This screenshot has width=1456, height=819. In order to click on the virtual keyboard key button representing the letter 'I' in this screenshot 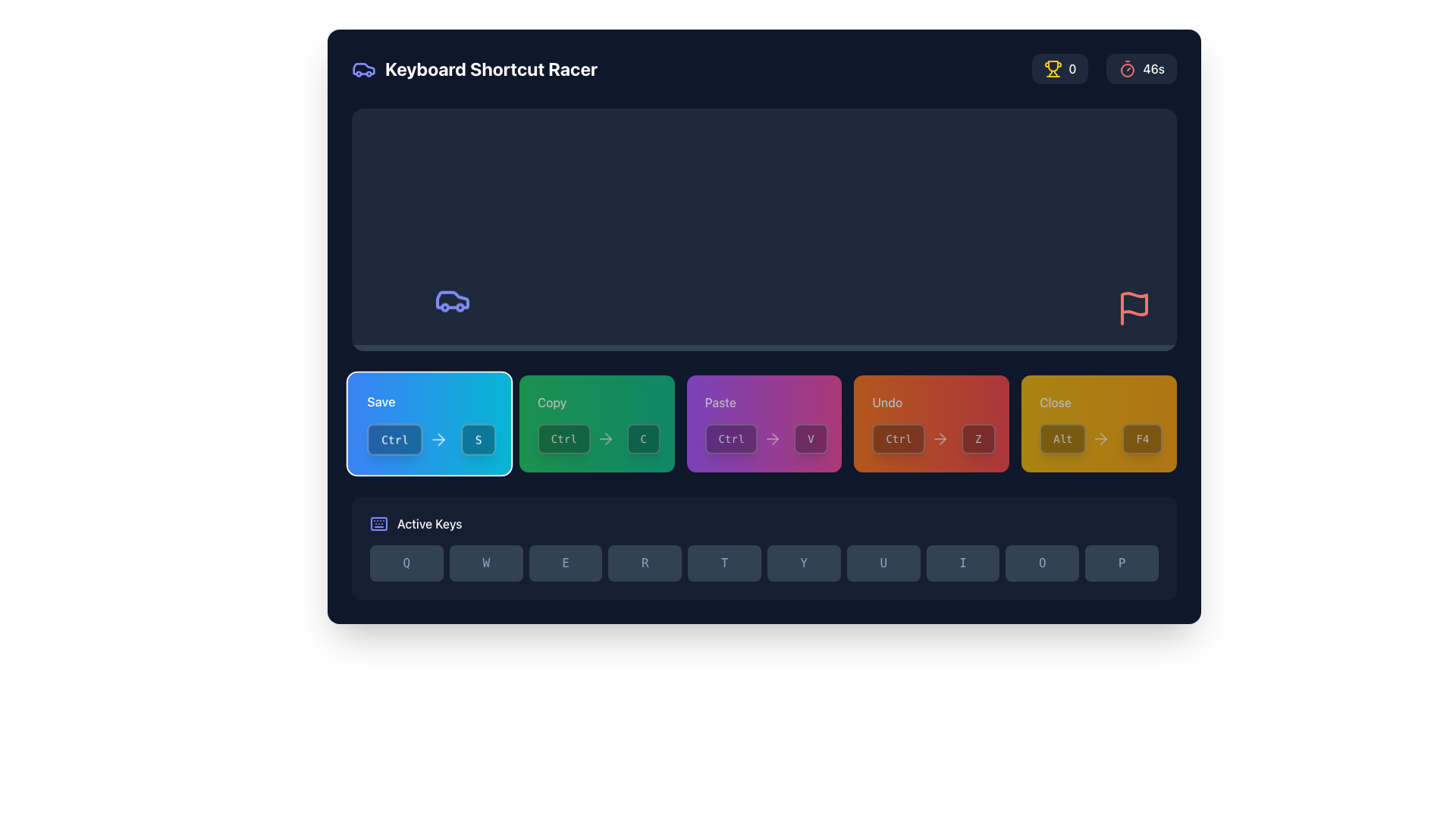, I will do `click(962, 563)`.